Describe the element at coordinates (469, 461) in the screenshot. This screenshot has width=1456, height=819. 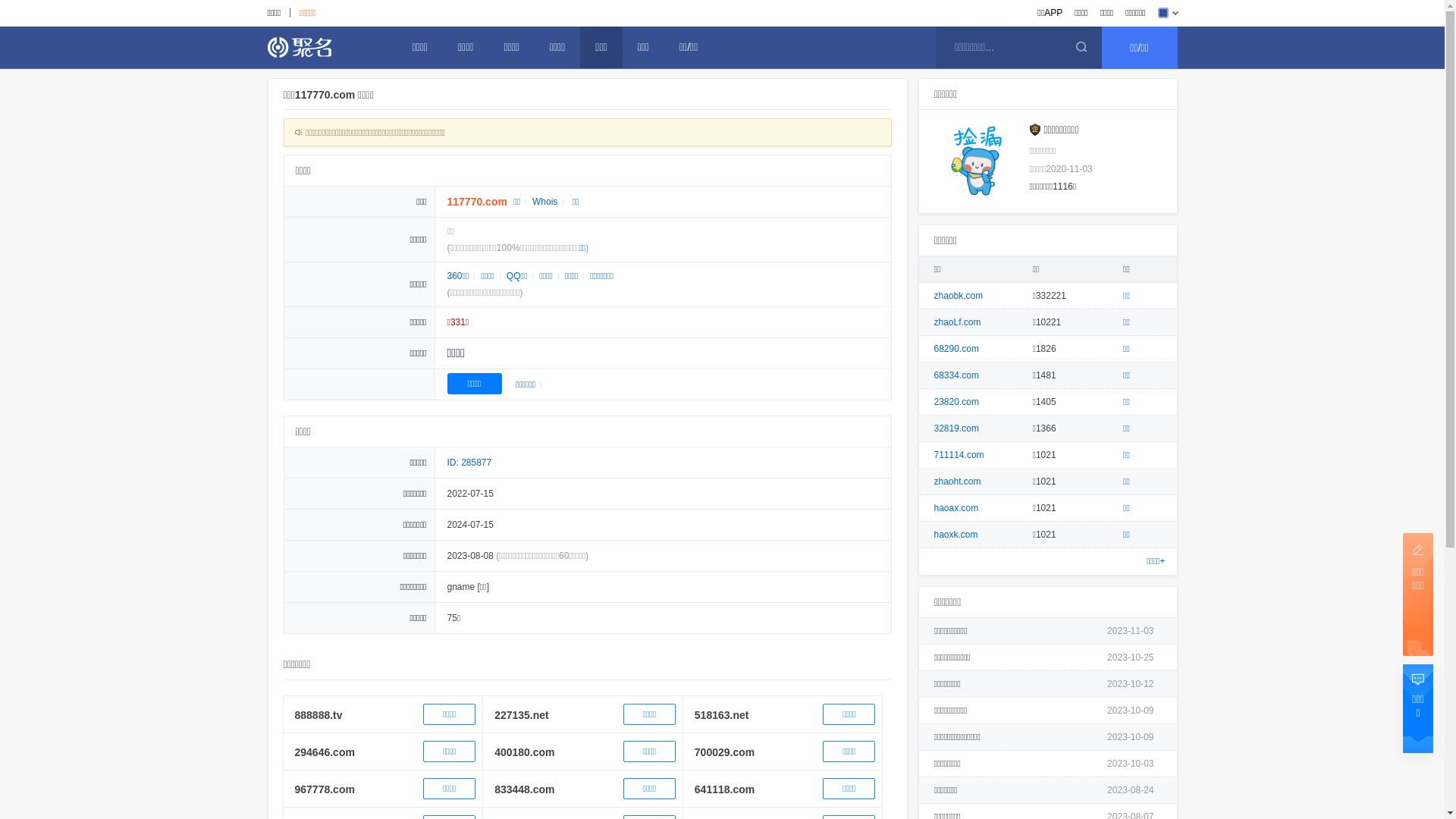
I see `'ID: 285877'` at that location.